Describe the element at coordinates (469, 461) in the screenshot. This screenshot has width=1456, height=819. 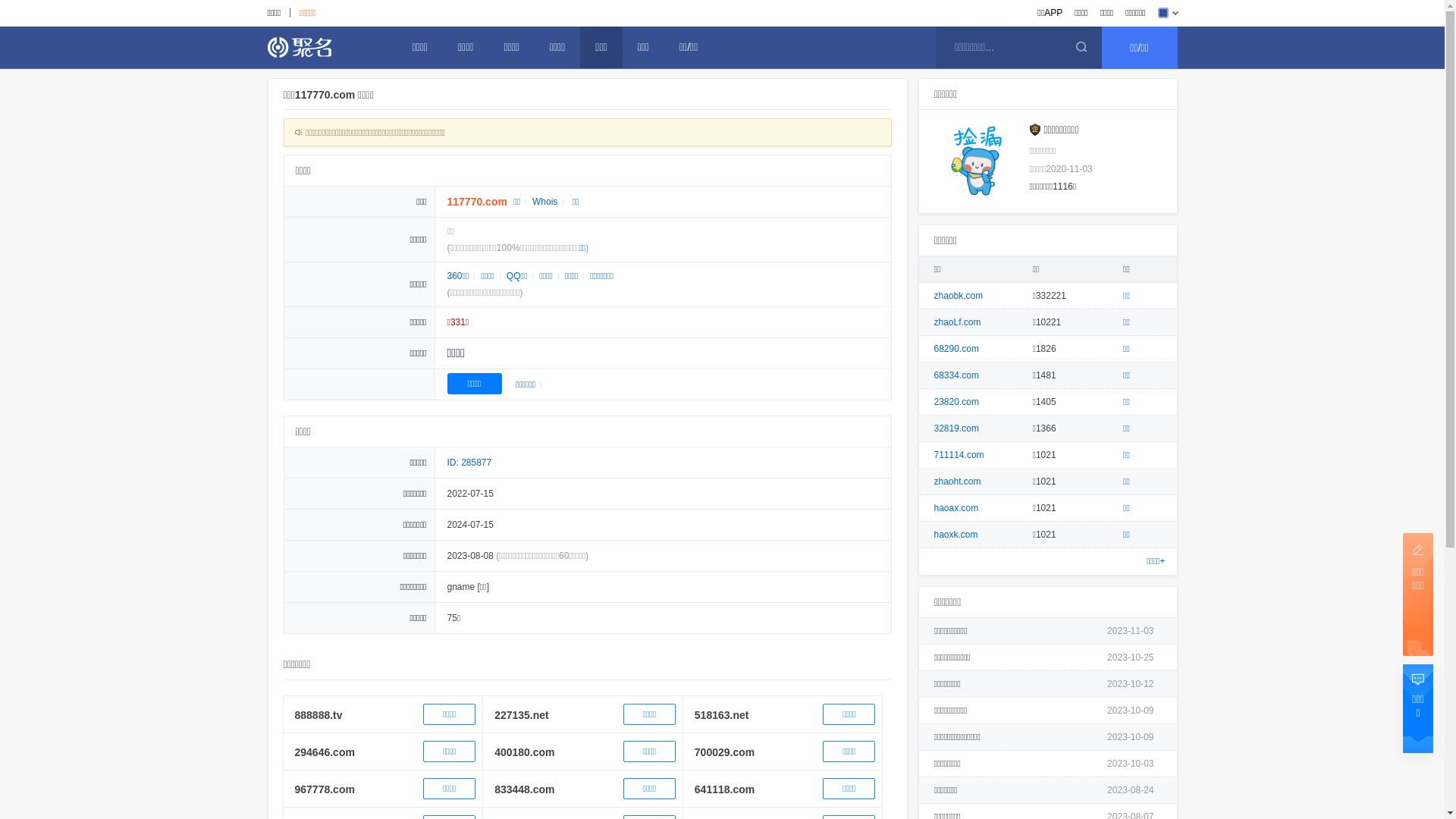
I see `'ID: 285877'` at that location.